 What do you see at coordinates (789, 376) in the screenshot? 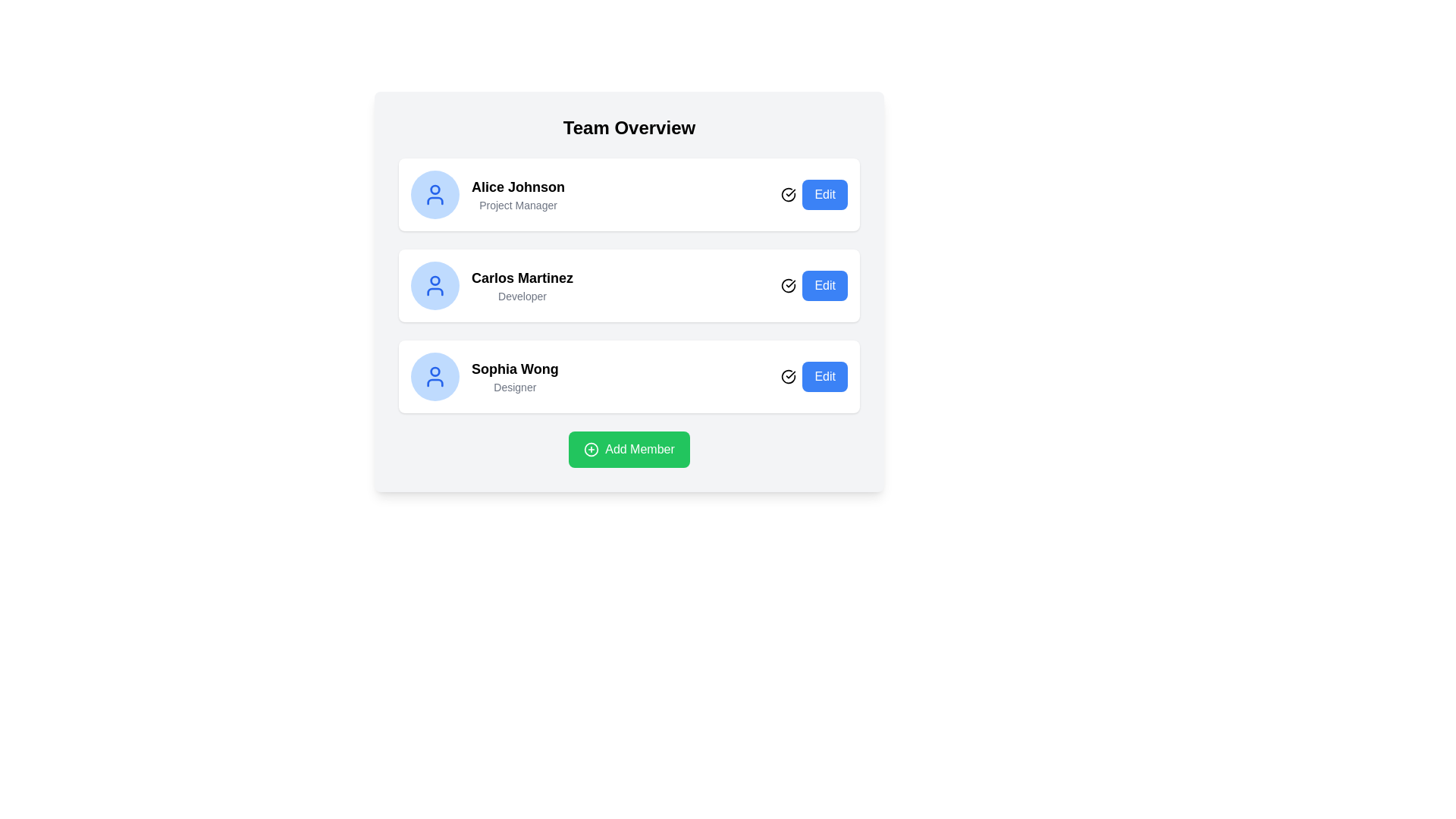
I see `the status indicator icon located immediately to the left of the 'Edit' button in the last row of the 'Team Overview' section` at bounding box center [789, 376].